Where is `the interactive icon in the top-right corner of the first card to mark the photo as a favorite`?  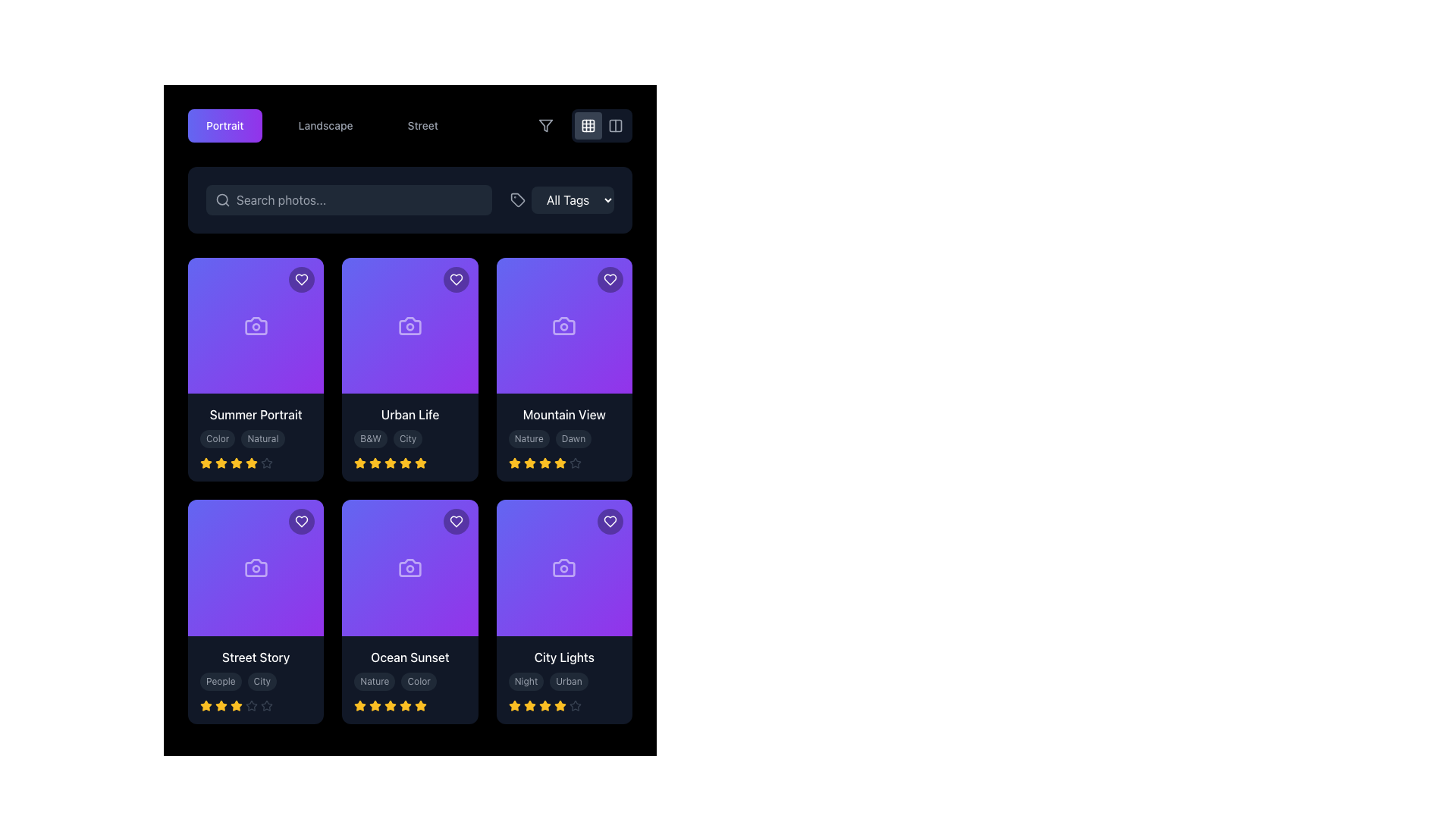 the interactive icon in the top-right corner of the first card to mark the photo as a favorite is located at coordinates (302, 280).